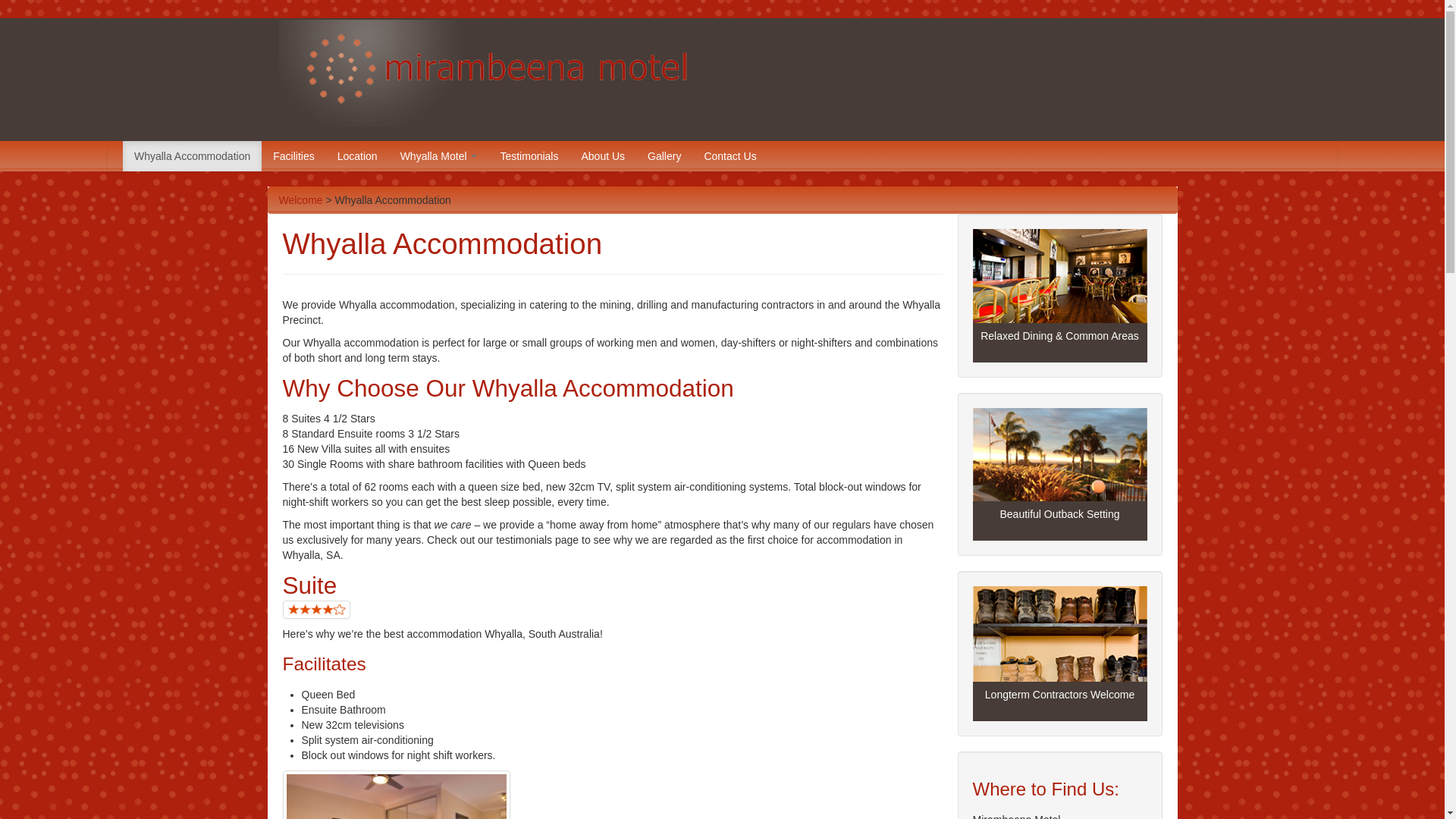  I want to click on 'Whyalla Accommodation', so click(191, 155).